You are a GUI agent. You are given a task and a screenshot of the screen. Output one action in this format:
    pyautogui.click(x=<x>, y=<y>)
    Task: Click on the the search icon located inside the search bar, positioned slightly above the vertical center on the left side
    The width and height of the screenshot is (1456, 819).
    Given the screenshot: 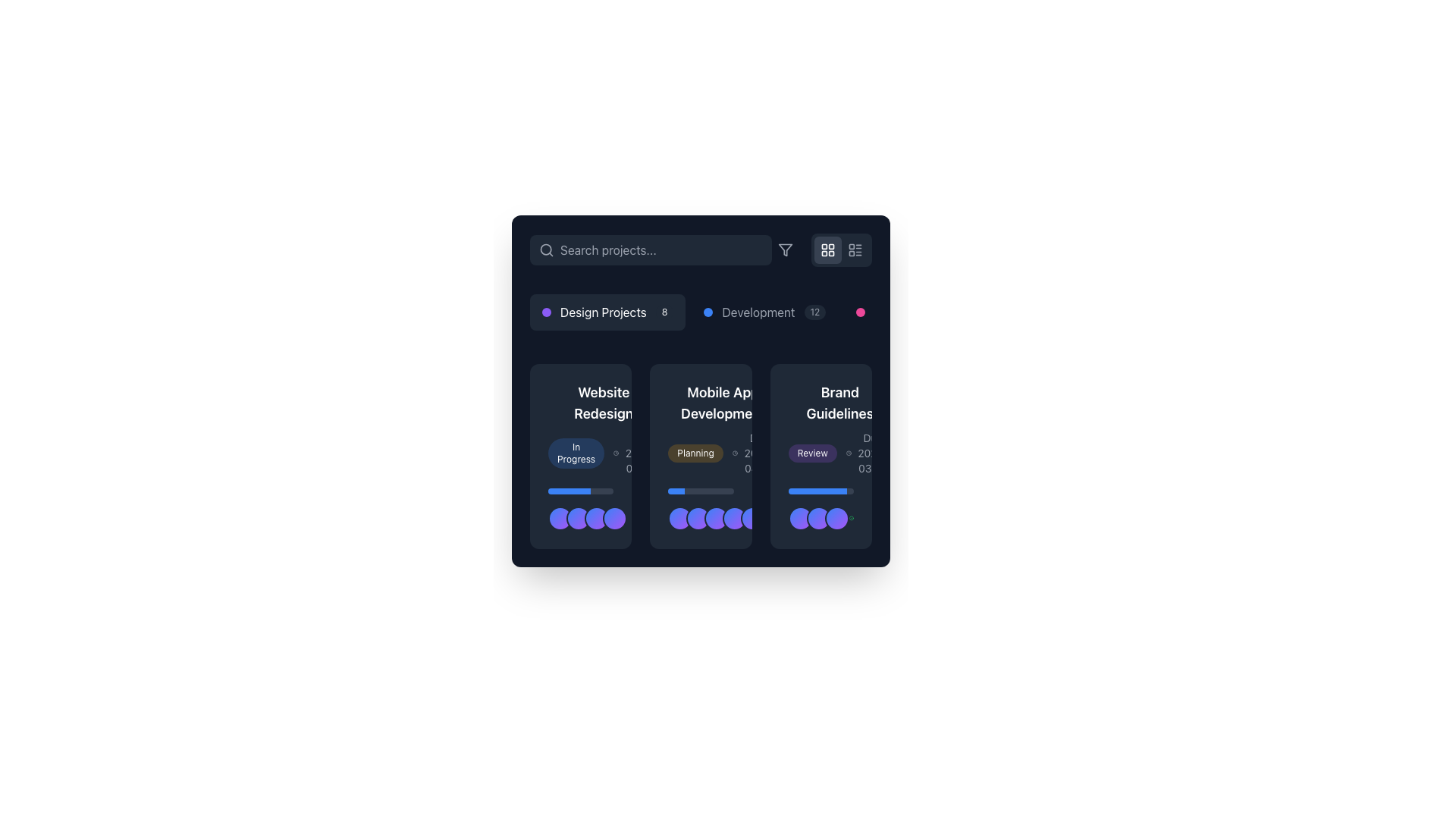 What is the action you would take?
    pyautogui.click(x=546, y=249)
    